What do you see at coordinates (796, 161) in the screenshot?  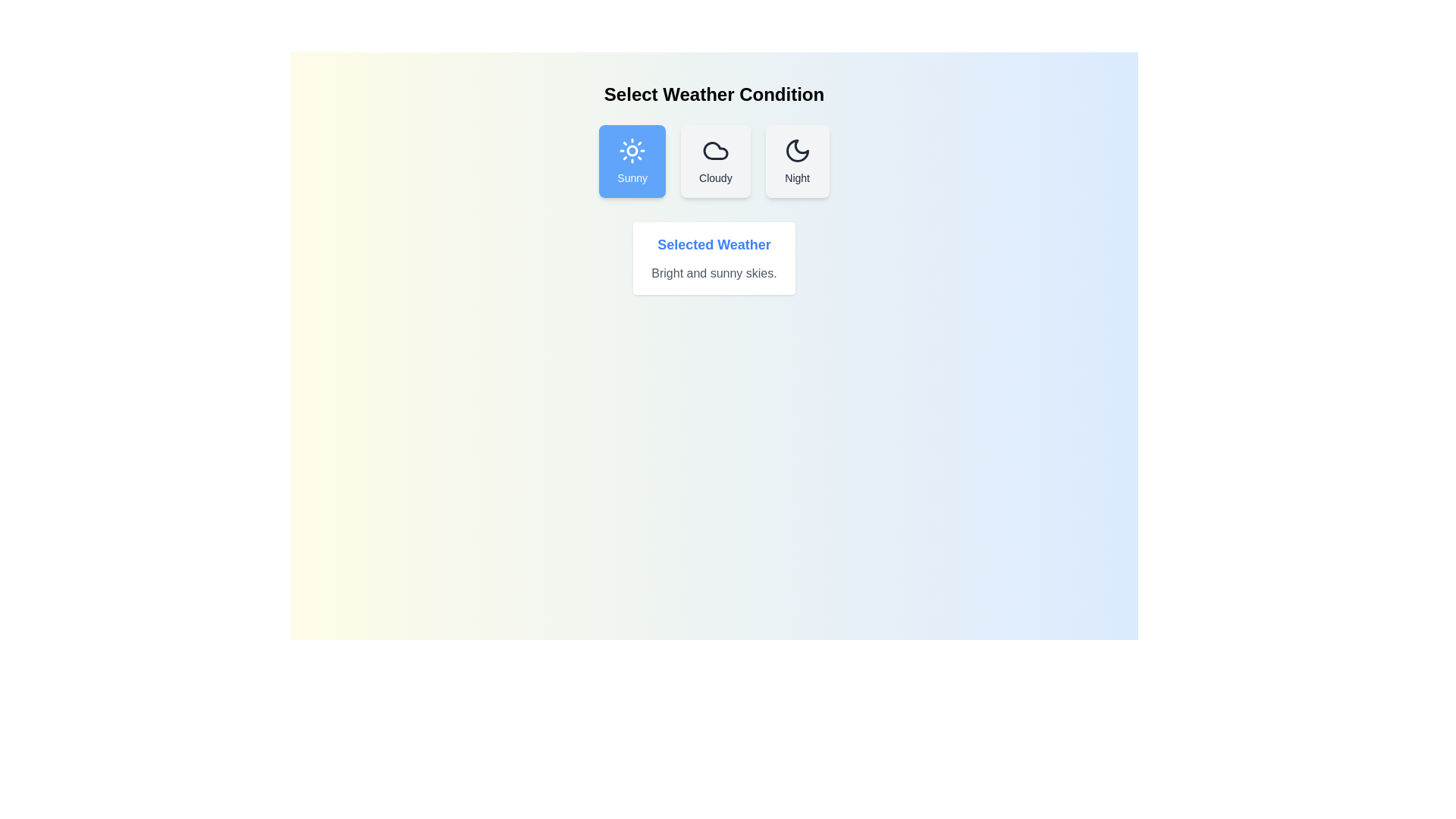 I see `the weather condition button corresponding to Night` at bounding box center [796, 161].